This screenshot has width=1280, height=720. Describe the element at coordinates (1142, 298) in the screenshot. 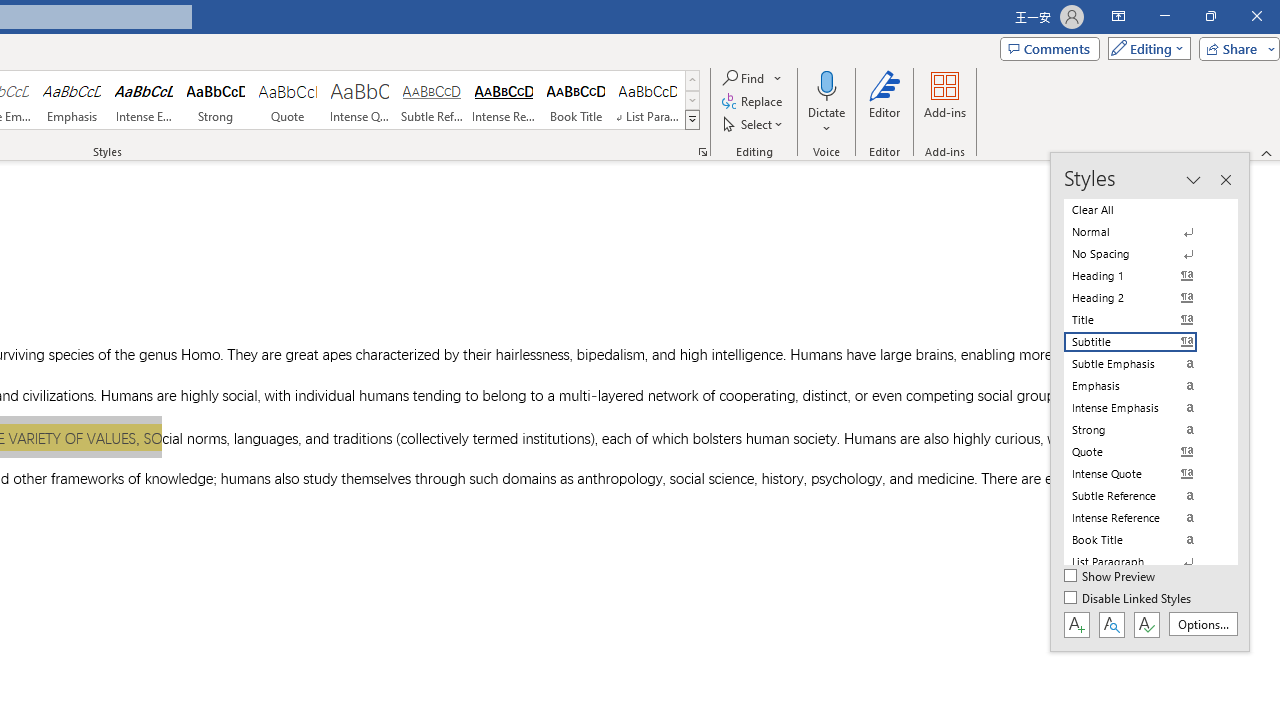

I see `'Heading 2'` at that location.